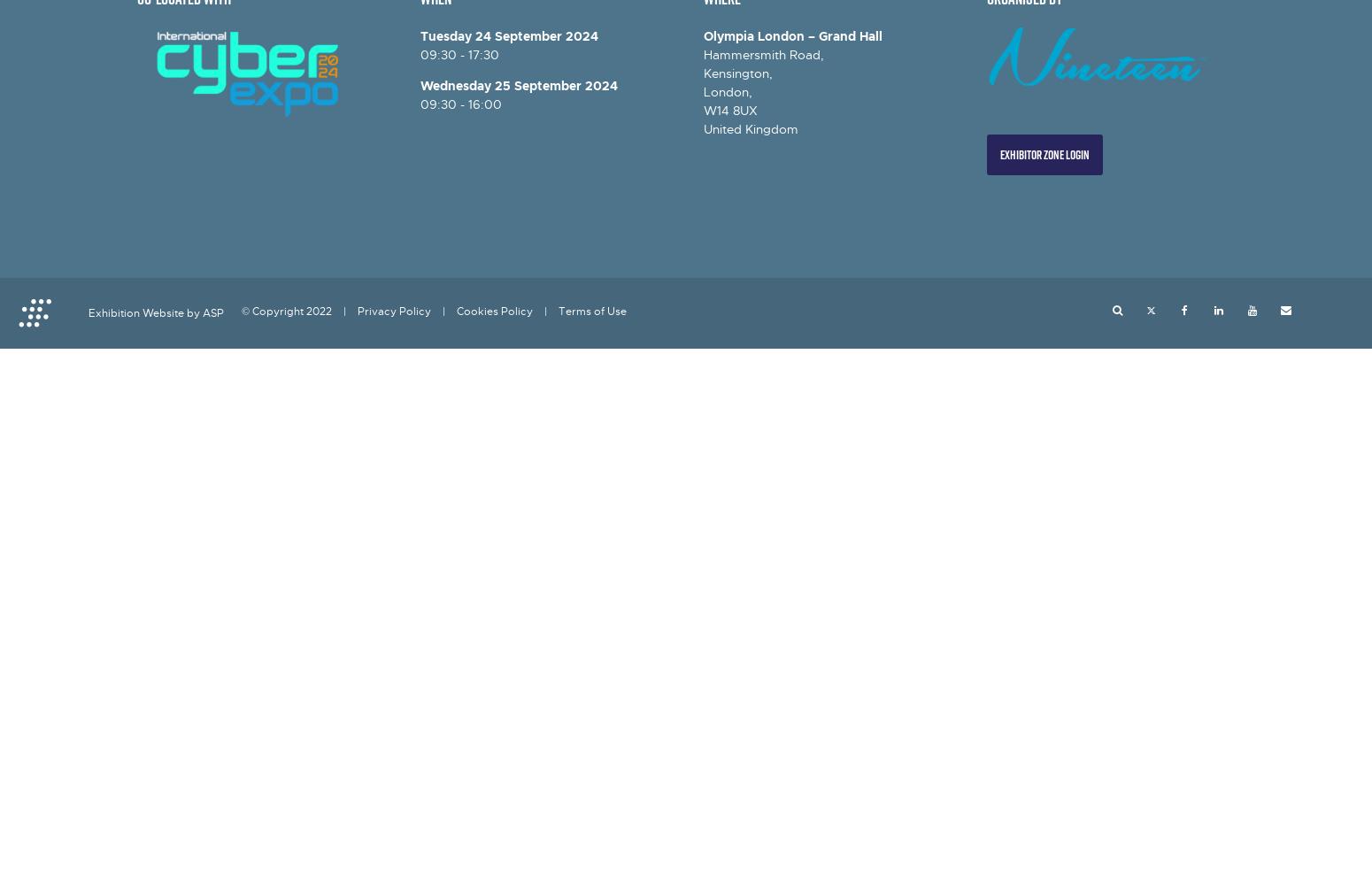 This screenshot has height=885, width=1372. What do you see at coordinates (1289, 310) in the screenshot?
I see `'YouTube'` at bounding box center [1289, 310].